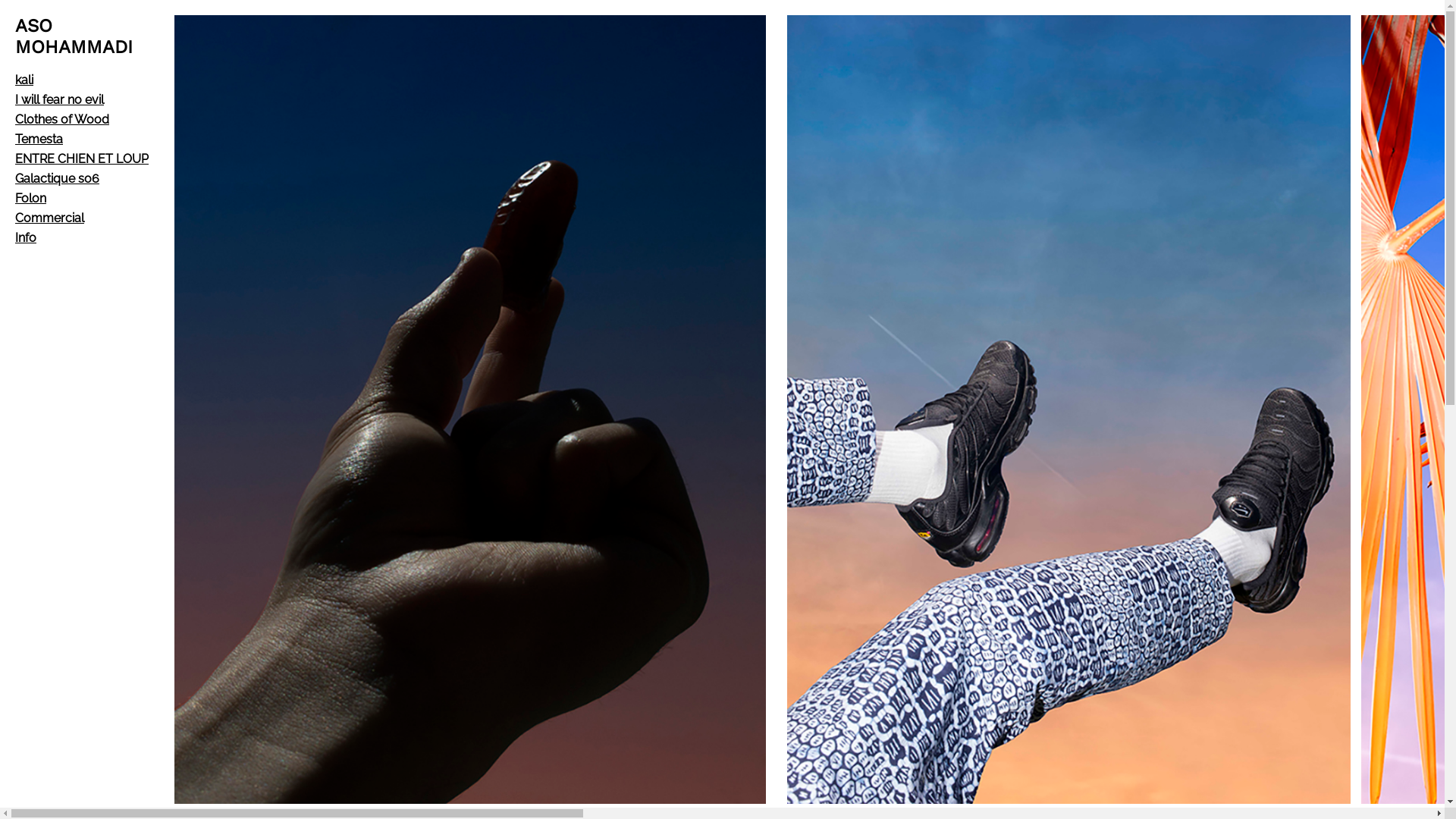 Image resolution: width=1456 pixels, height=819 pixels. I want to click on 'I will fear no evil', so click(59, 99).